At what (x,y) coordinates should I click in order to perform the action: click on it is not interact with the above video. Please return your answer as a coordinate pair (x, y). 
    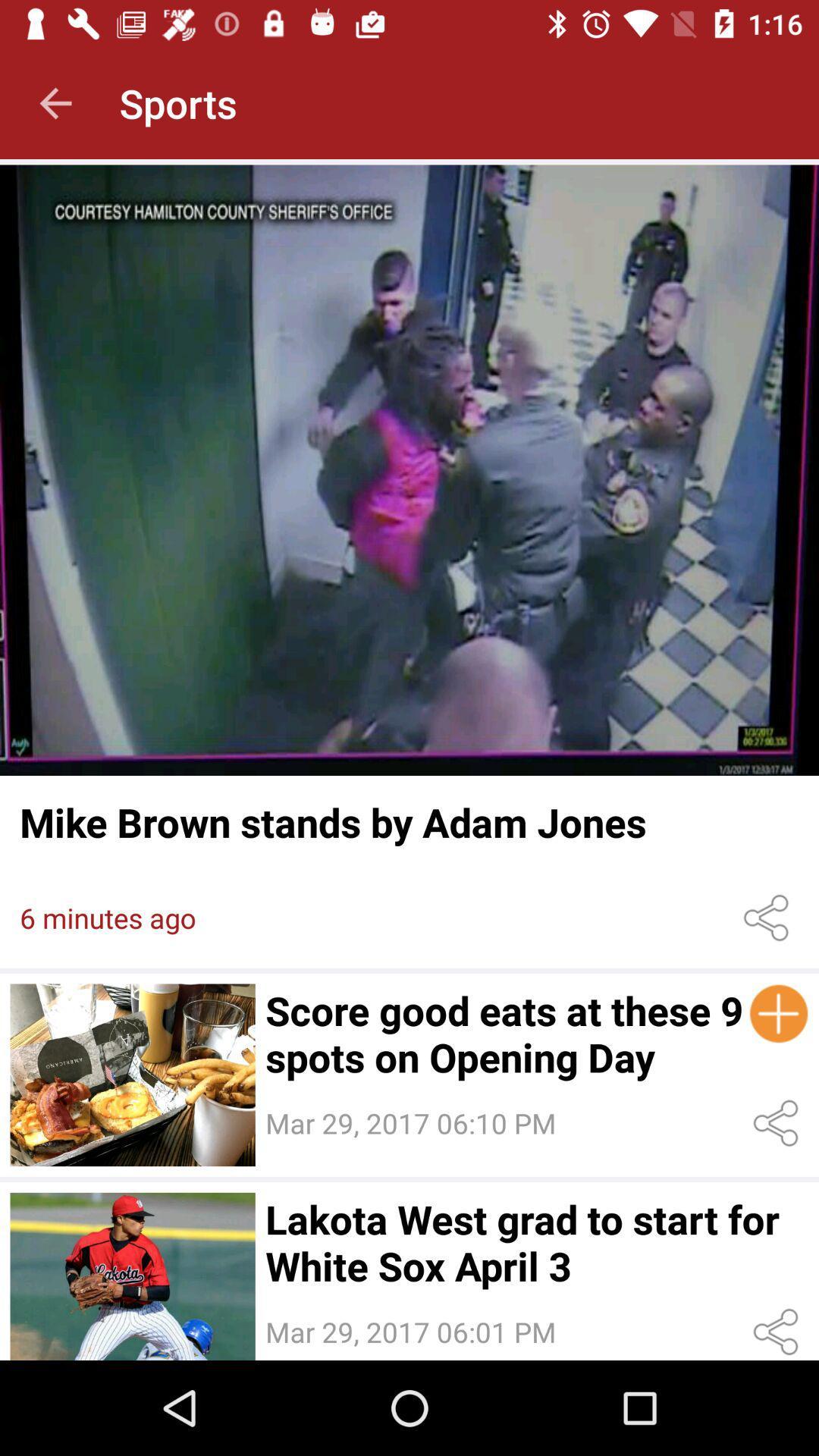
    Looking at the image, I should click on (132, 1276).